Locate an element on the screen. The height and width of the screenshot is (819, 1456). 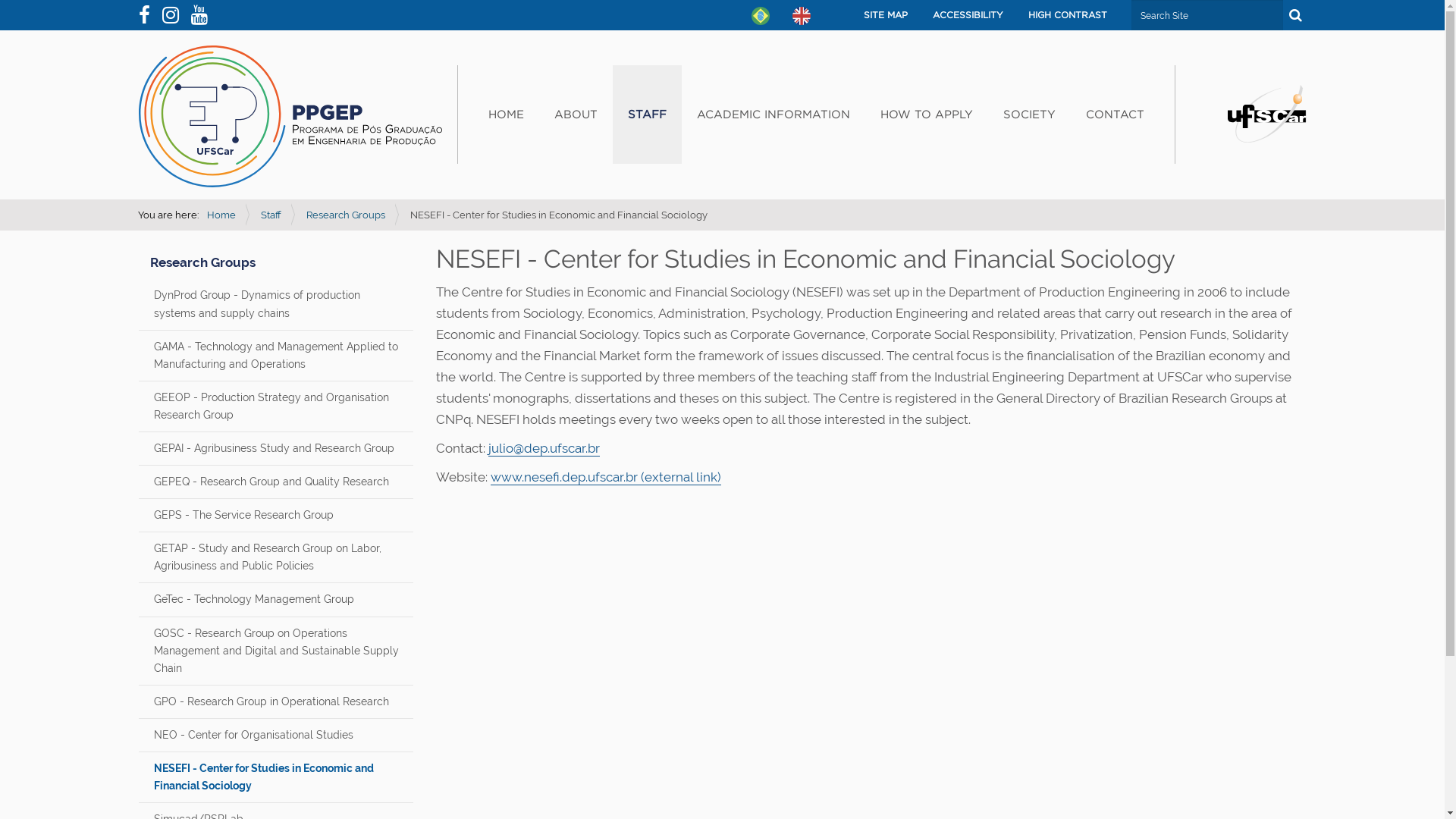
'julio@dep.ufscar.br' is located at coordinates (544, 447).